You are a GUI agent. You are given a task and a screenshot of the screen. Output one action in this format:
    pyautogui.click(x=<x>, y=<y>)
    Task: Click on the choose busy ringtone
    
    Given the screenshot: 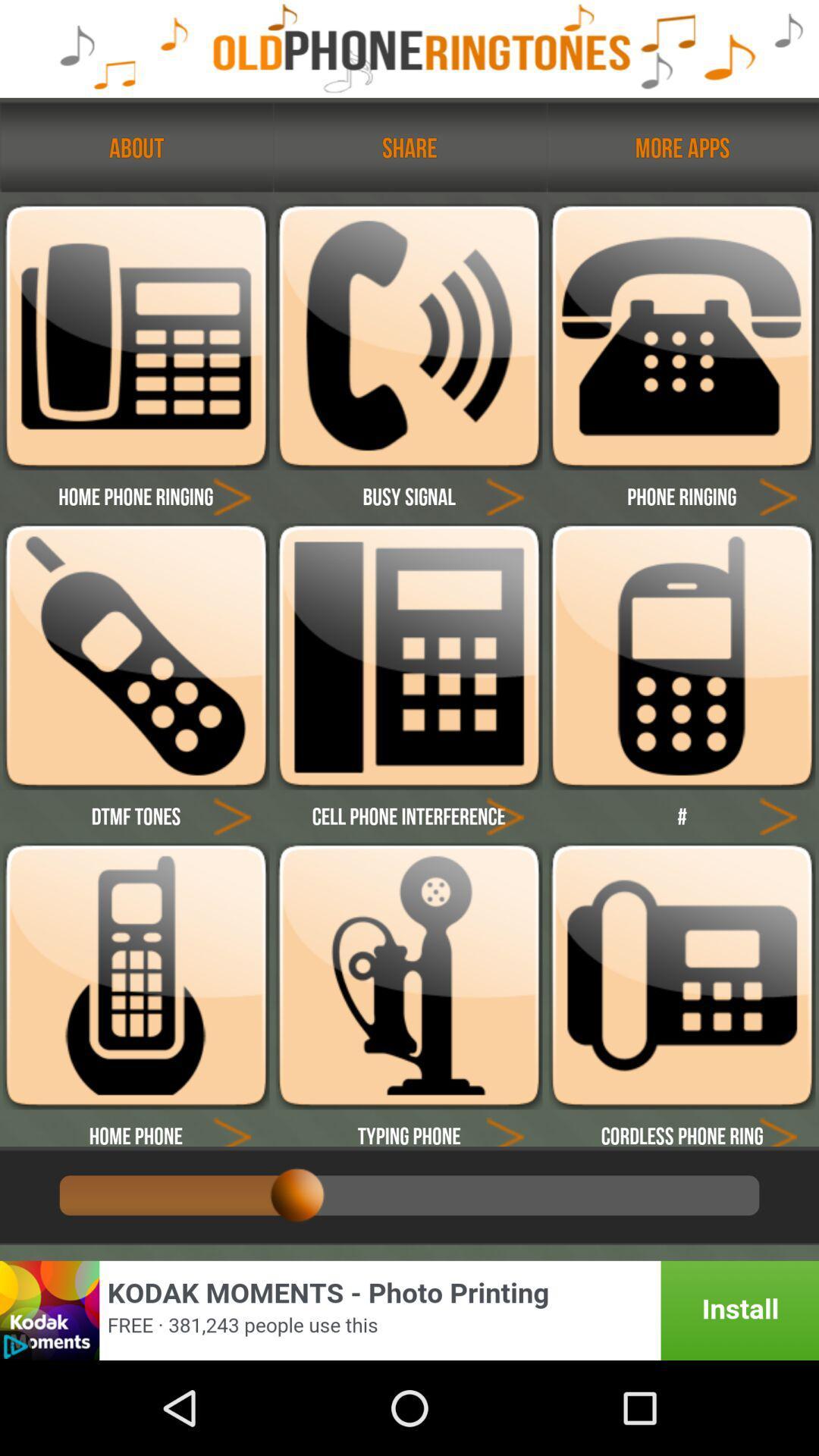 What is the action you would take?
    pyautogui.click(x=408, y=336)
    